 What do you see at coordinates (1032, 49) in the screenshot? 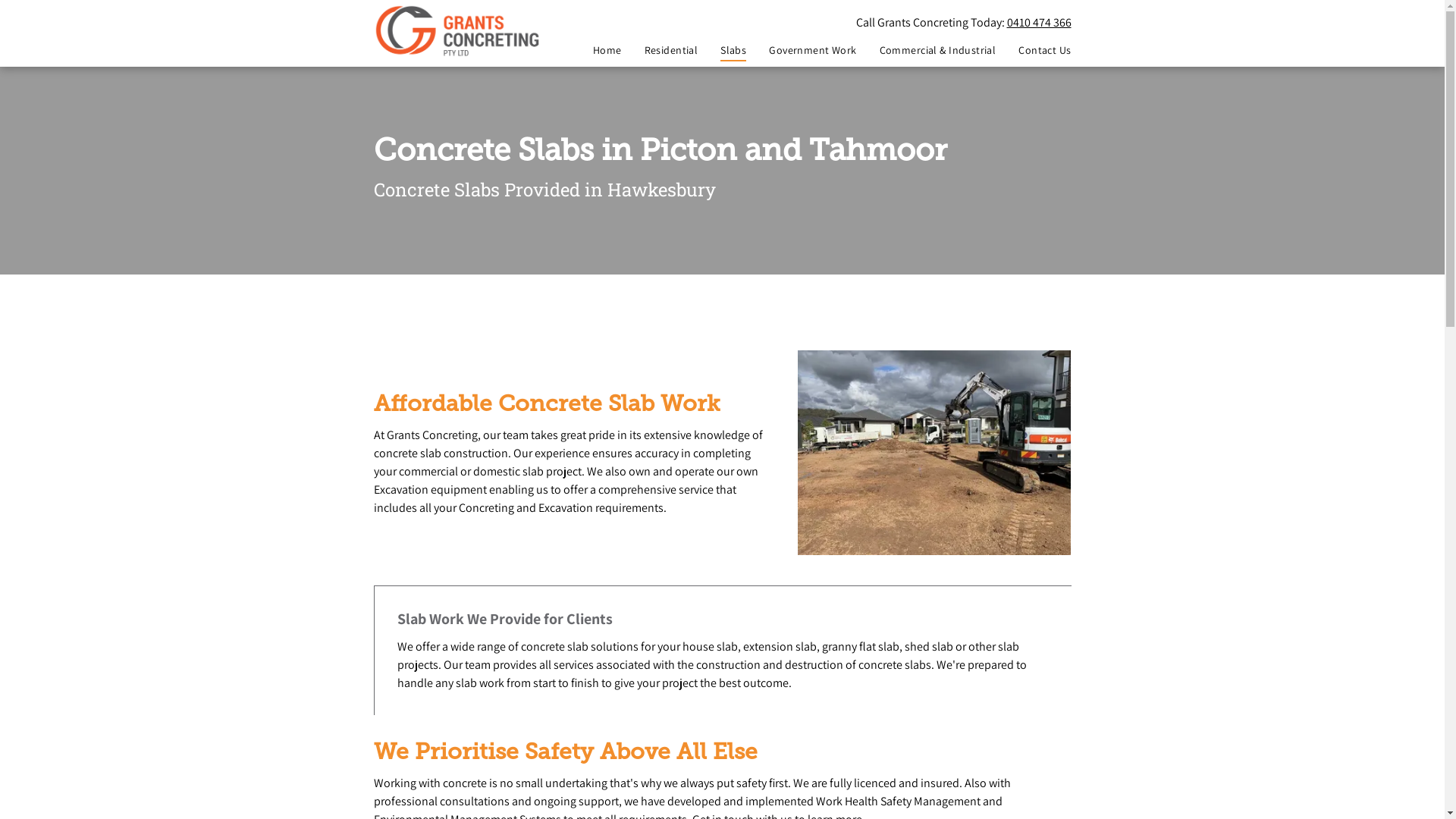
I see `'Contact Us'` at bounding box center [1032, 49].